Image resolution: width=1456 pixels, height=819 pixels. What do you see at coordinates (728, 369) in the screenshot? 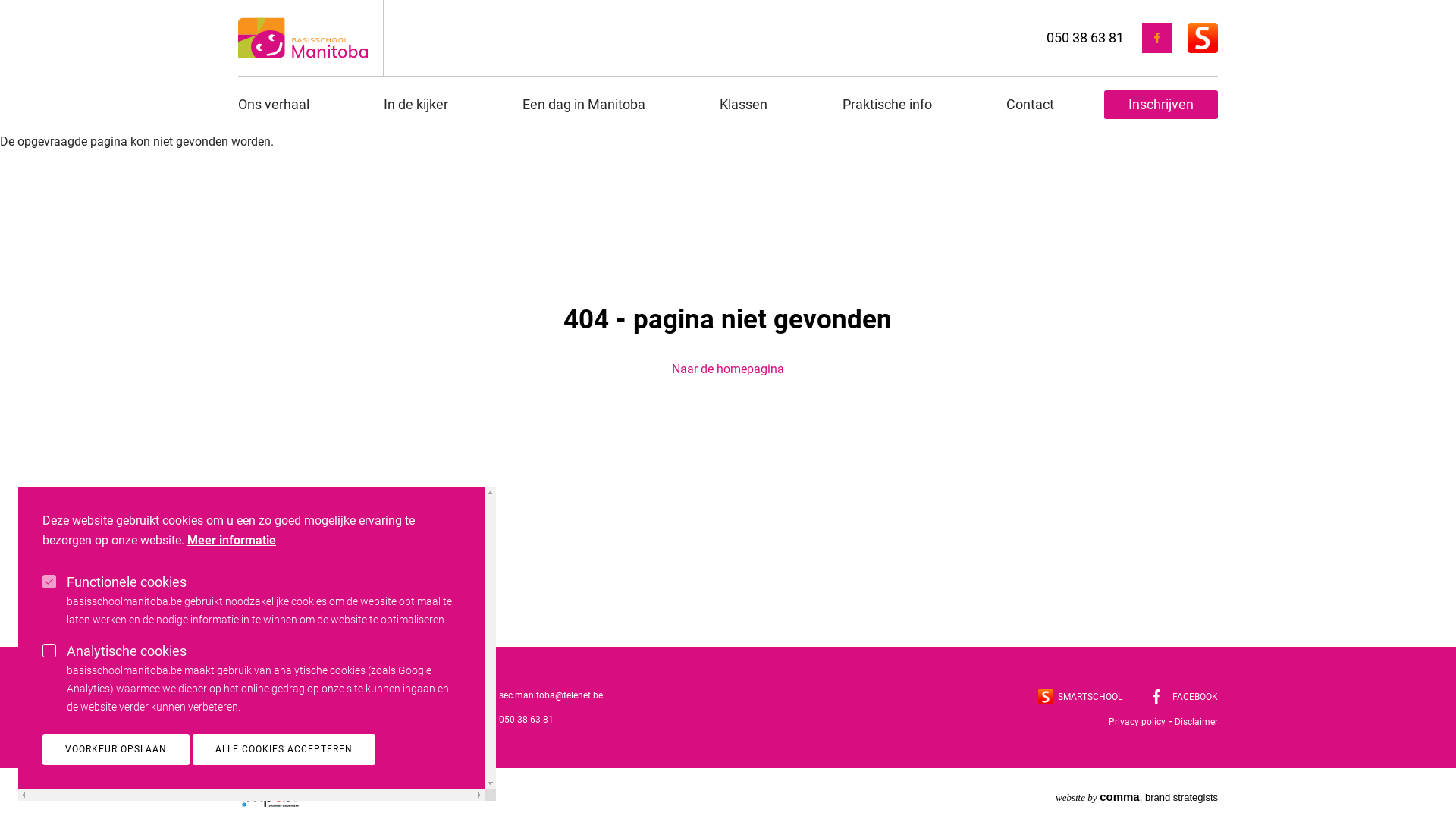
I see `'Naar de homepagina'` at bounding box center [728, 369].